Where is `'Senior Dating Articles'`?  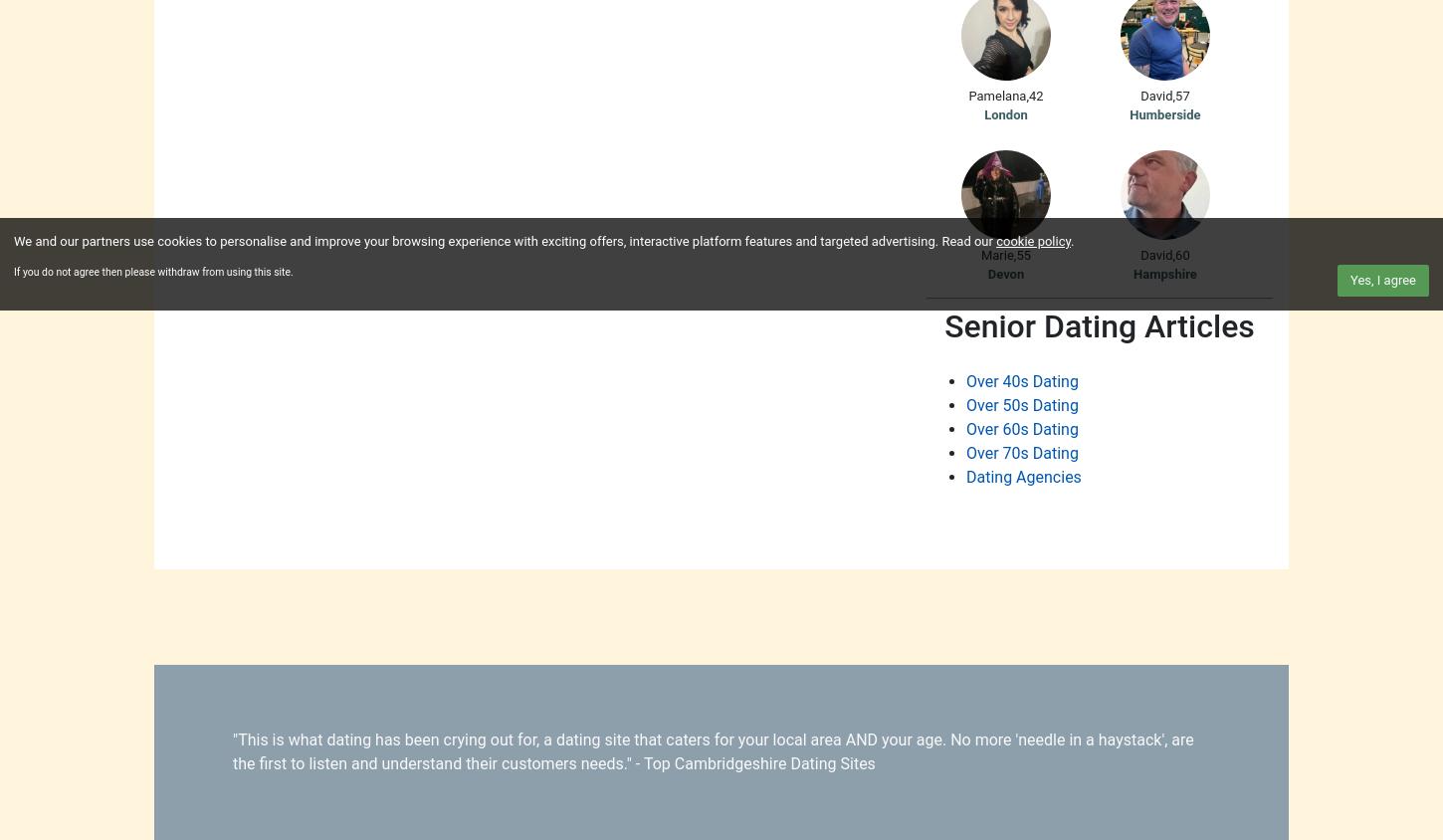 'Senior Dating Articles' is located at coordinates (1098, 325).